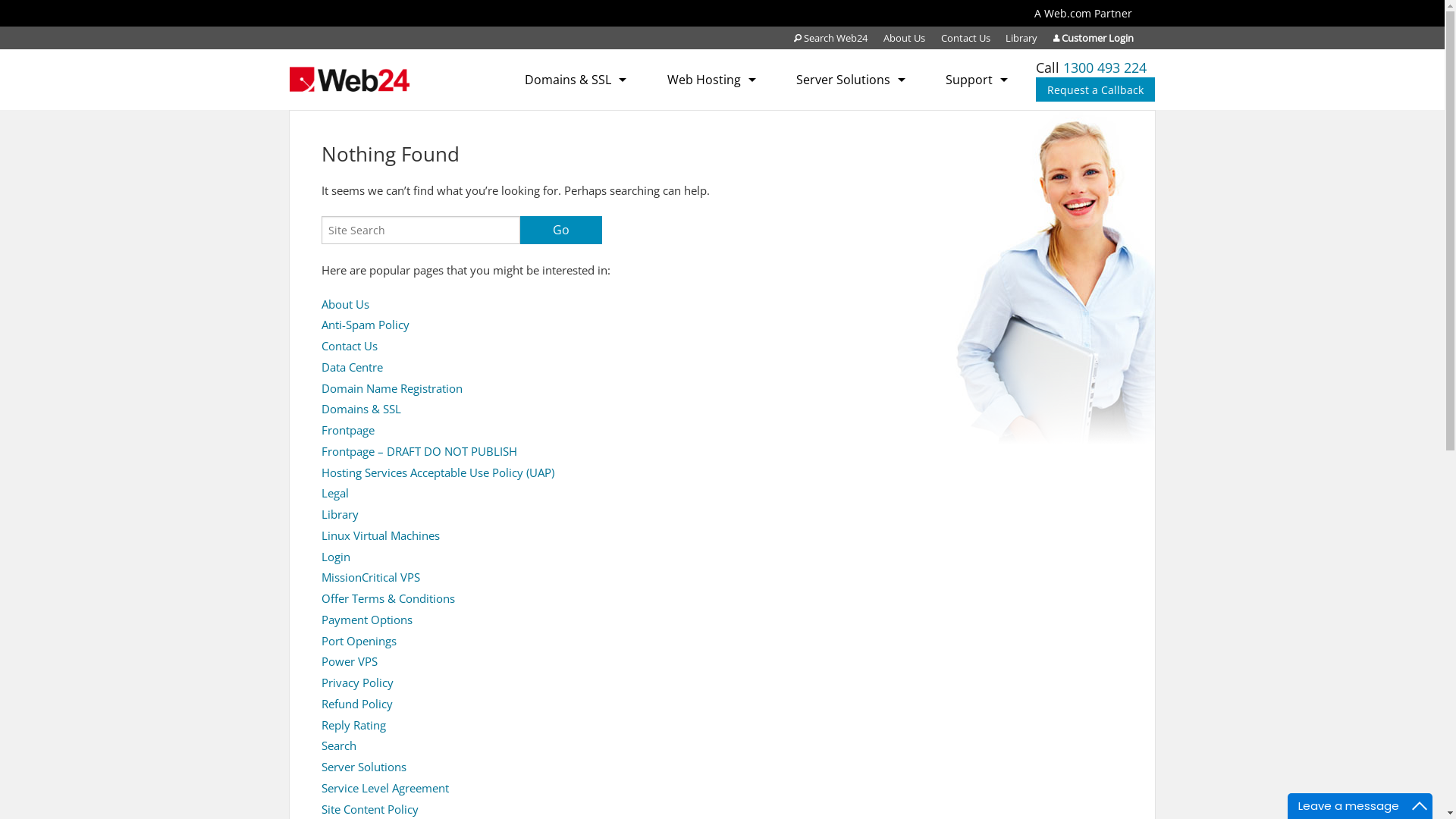 Image resolution: width=1456 pixels, height=819 pixels. Describe the element at coordinates (367, 620) in the screenshot. I see `'Payment Options'` at that location.